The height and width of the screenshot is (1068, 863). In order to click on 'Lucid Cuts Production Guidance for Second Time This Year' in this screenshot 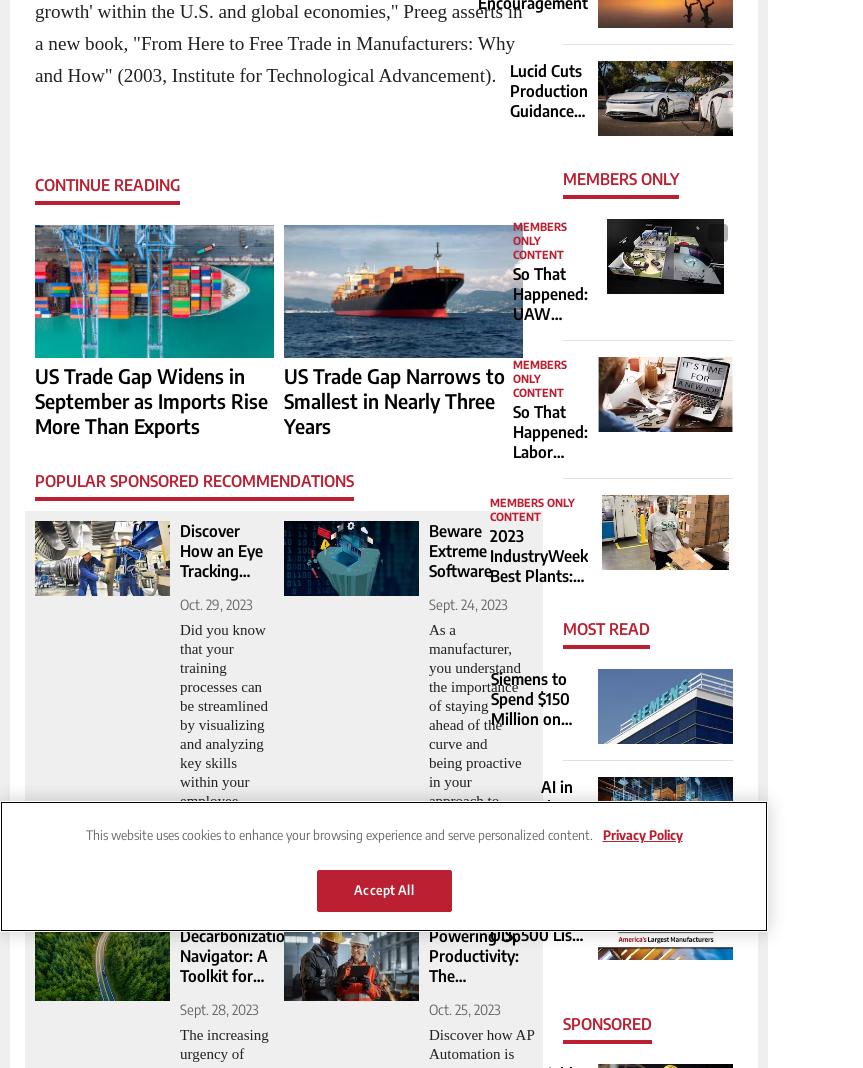, I will do `click(549, 120)`.